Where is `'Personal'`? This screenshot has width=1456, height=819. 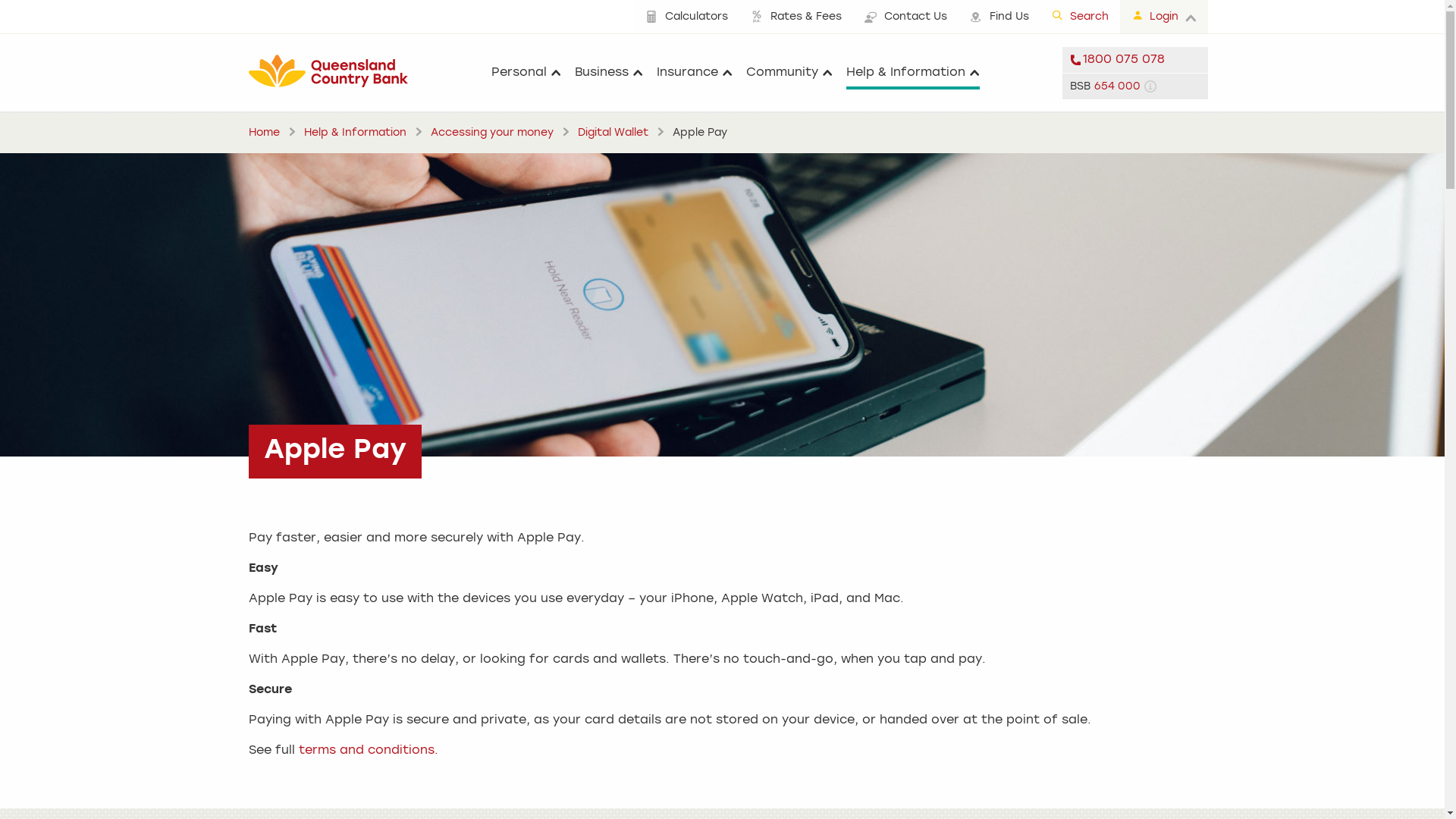
'Personal' is located at coordinates (491, 73).